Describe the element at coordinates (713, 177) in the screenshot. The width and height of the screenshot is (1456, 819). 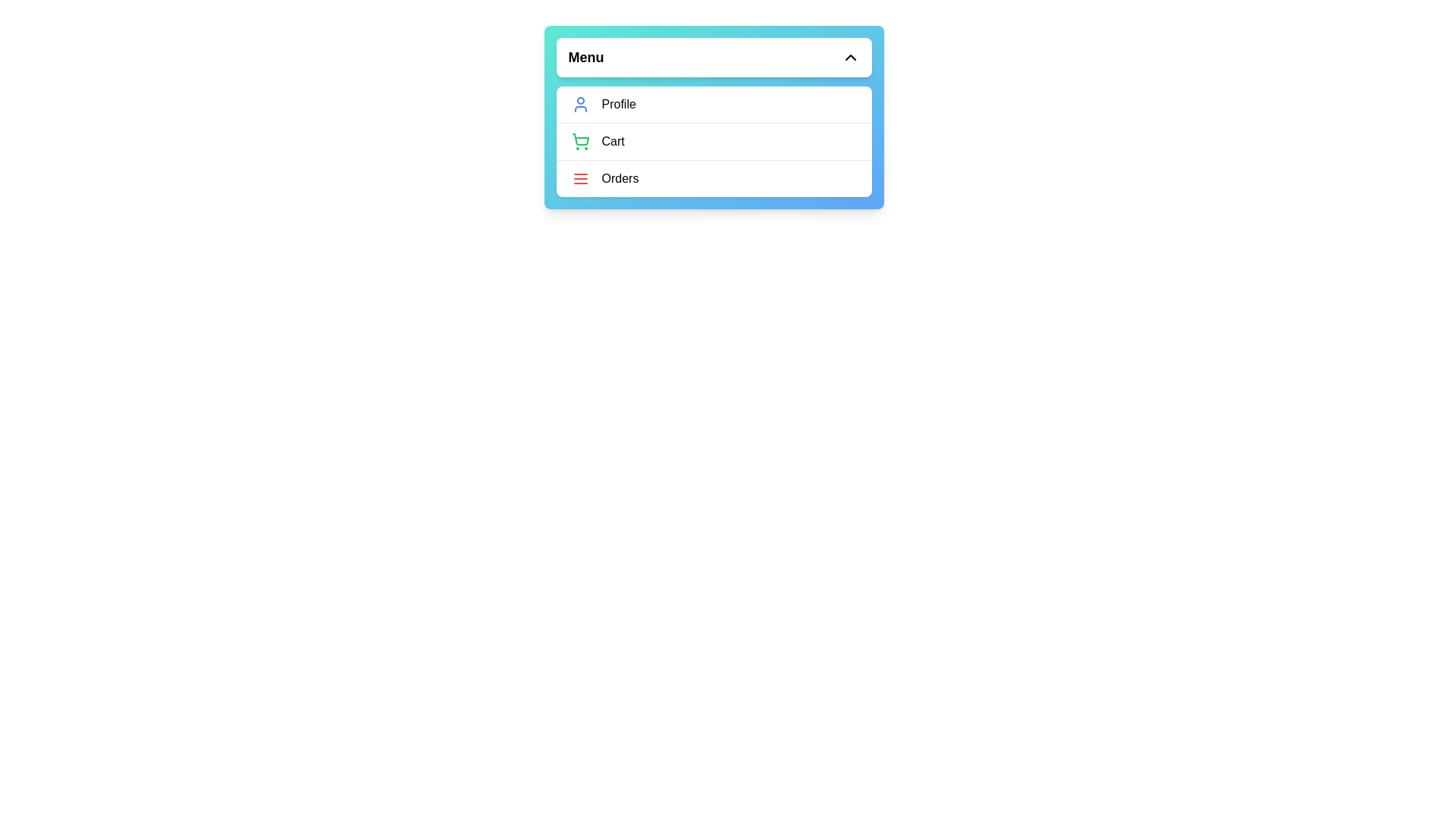
I see `the menu item Orders from the options: Profile, Cart, Orders` at that location.